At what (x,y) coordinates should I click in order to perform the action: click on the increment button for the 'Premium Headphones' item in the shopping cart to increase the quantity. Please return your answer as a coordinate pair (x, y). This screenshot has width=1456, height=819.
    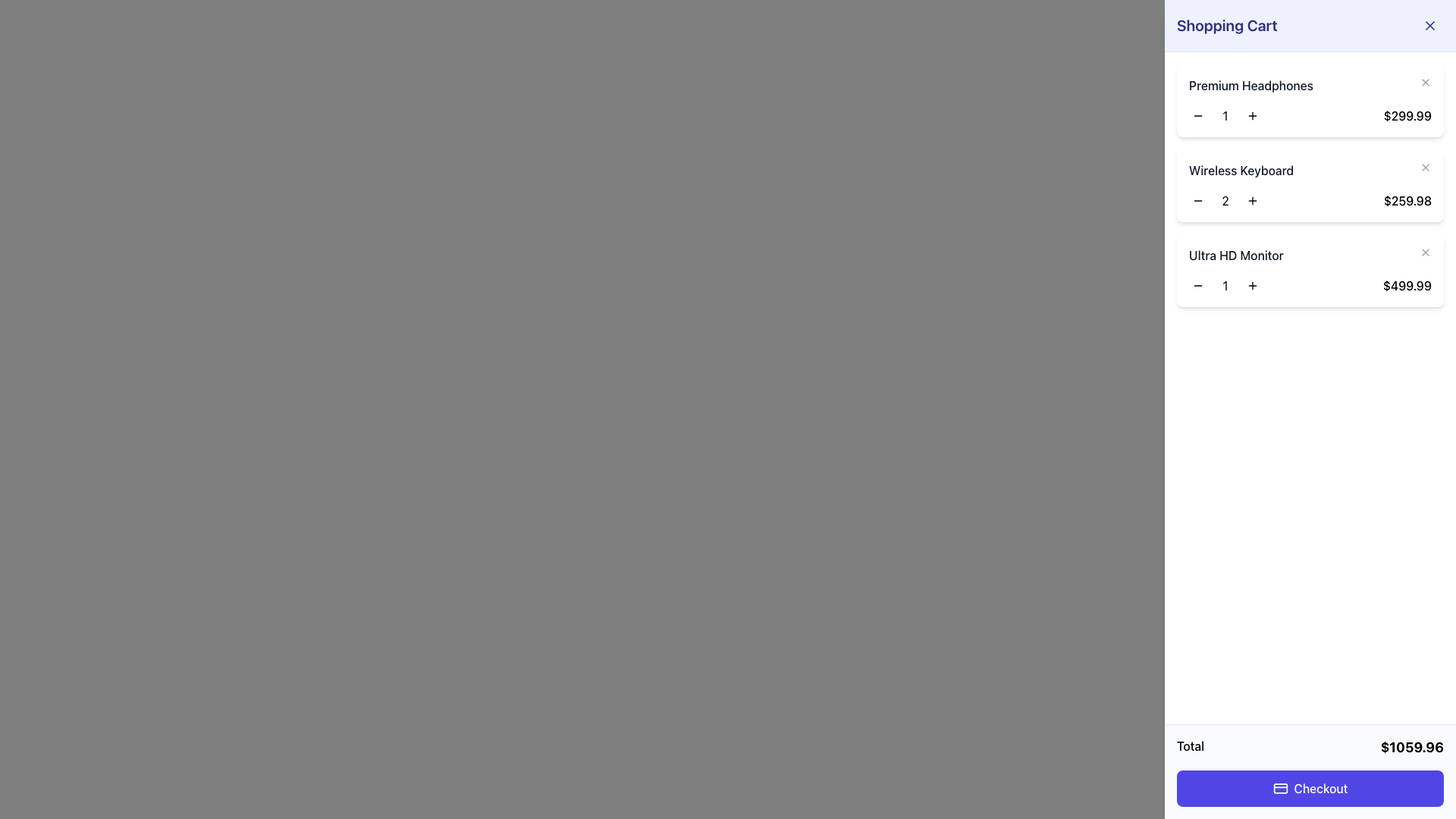
    Looking at the image, I should click on (1252, 115).